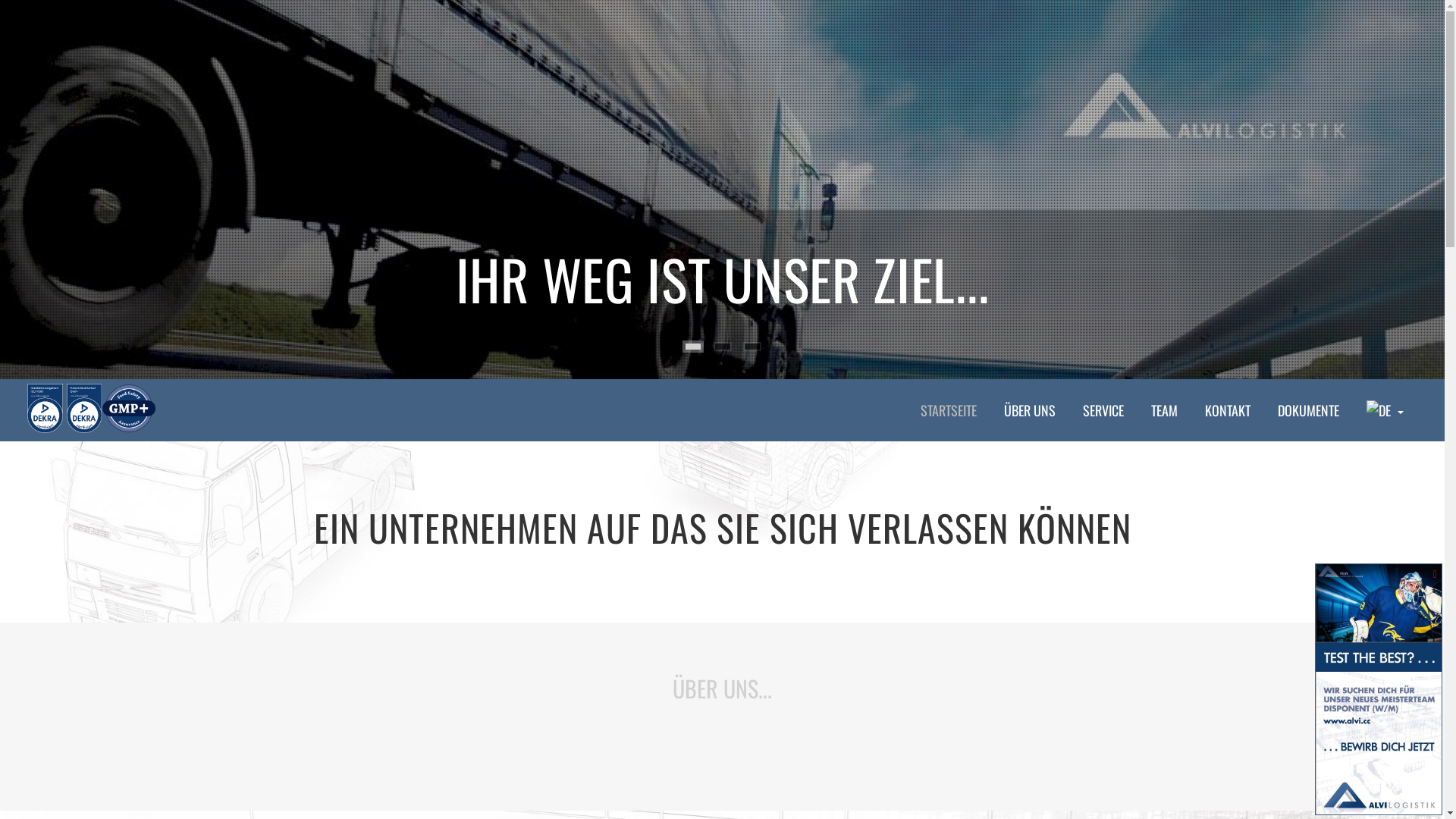 This screenshot has width=1456, height=819. What do you see at coordinates (1227, 409) in the screenshot?
I see `'KONTAKT'` at bounding box center [1227, 409].